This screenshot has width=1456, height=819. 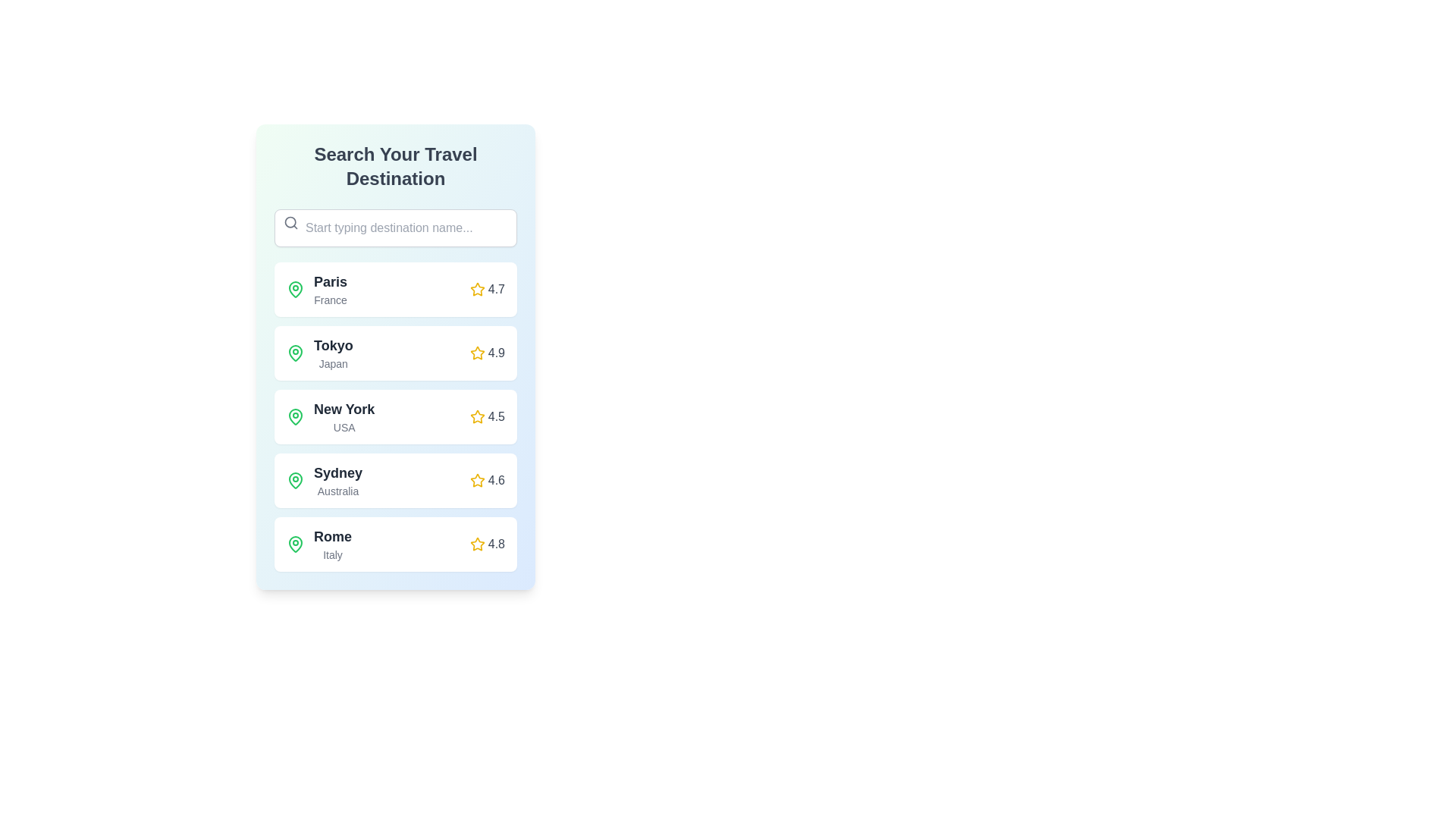 I want to click on the rating value text label for the destination 'Paris, France', which is positioned next to a yellow star icon, so click(x=496, y=289).